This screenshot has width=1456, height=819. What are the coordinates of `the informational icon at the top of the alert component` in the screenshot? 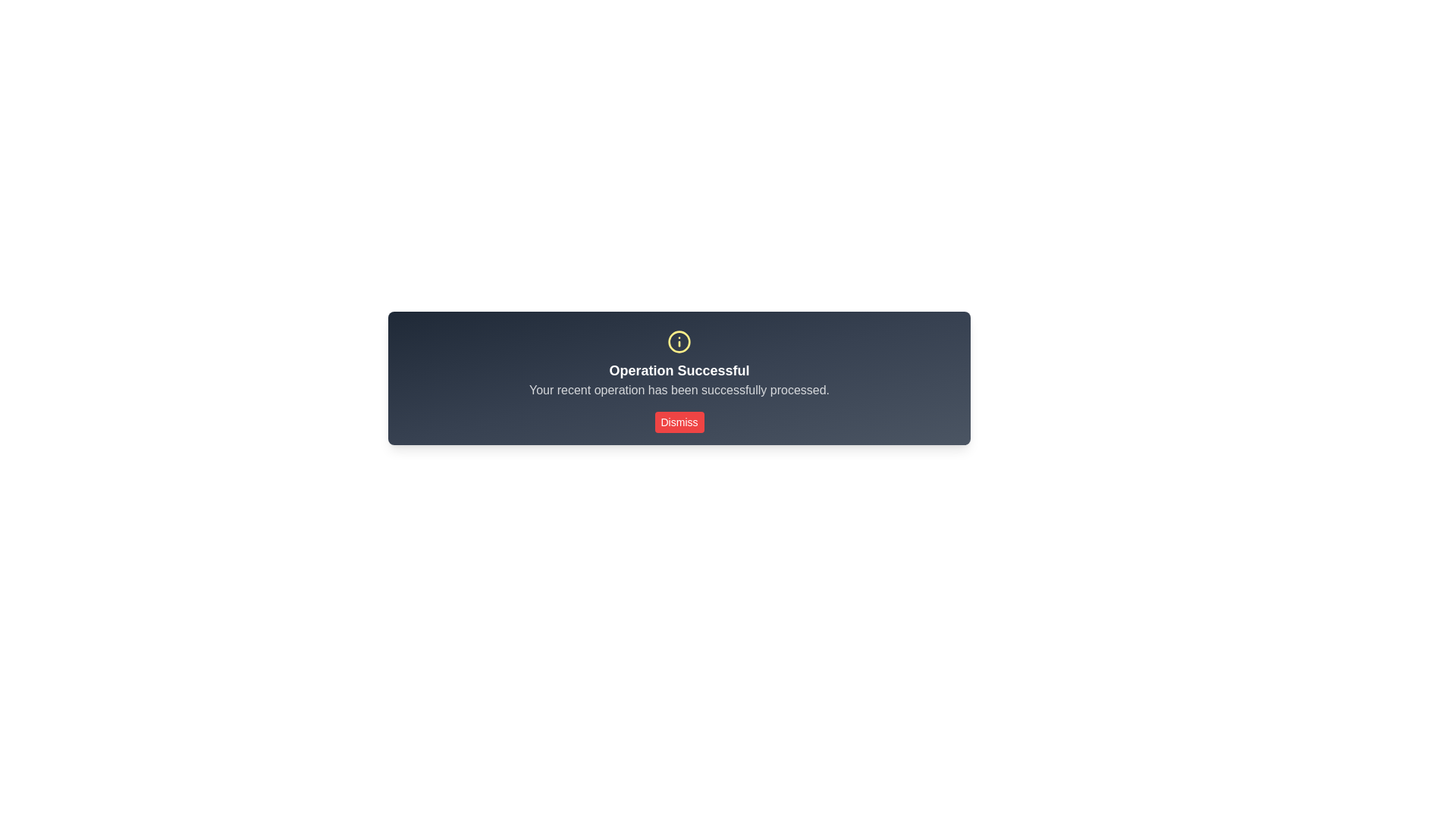 It's located at (679, 342).